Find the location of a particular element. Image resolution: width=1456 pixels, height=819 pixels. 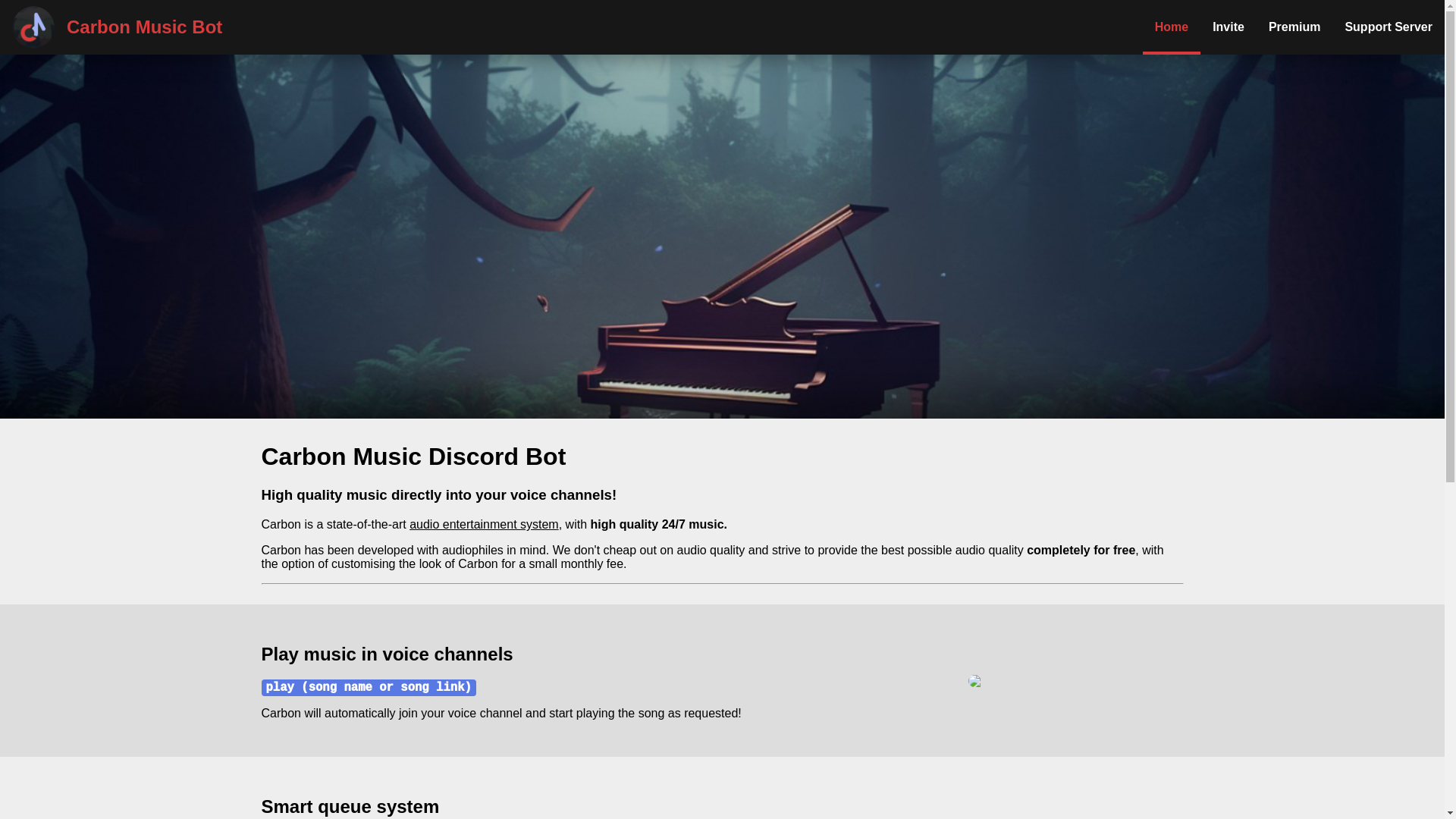

'Support Server' is located at coordinates (1331, 27).